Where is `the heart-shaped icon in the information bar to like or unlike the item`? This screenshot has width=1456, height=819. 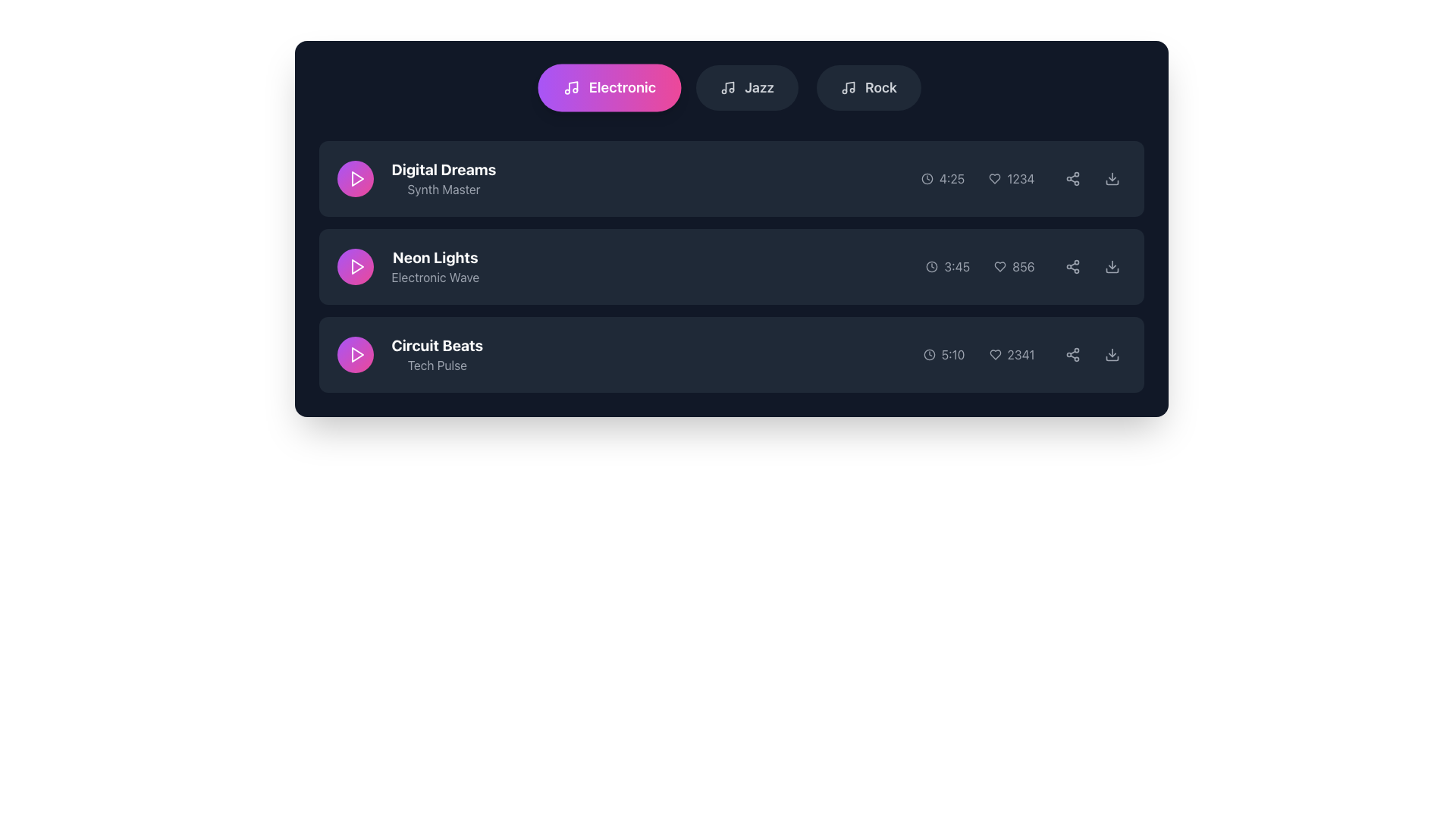 the heart-shaped icon in the information bar to like or unlike the item is located at coordinates (995, 177).